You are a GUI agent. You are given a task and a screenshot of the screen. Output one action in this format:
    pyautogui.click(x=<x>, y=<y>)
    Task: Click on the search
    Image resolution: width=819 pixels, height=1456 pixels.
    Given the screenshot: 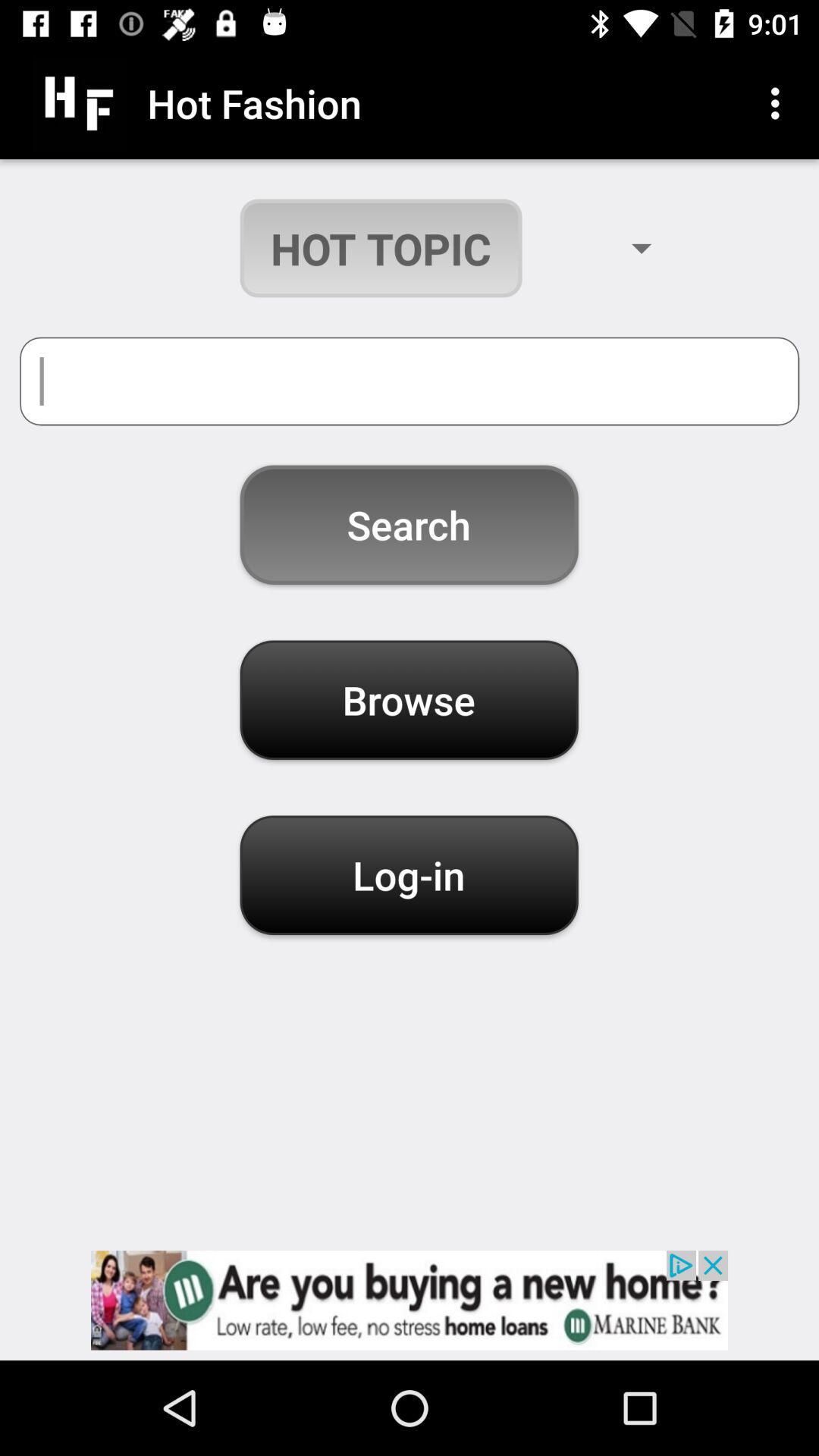 What is the action you would take?
    pyautogui.click(x=409, y=381)
    